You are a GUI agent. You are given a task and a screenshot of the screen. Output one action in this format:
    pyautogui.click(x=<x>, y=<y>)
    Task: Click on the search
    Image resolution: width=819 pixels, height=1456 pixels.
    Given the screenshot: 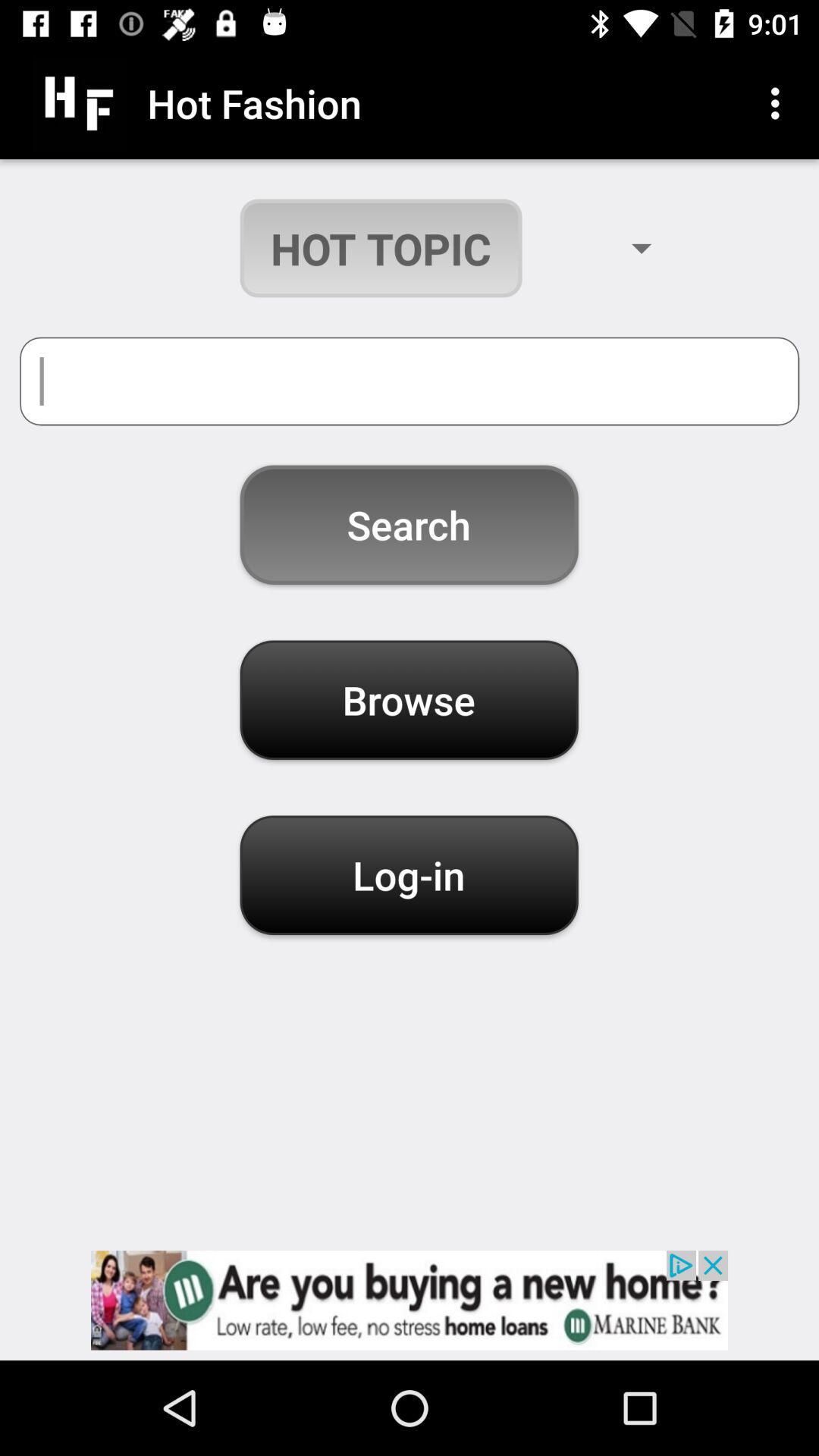 What is the action you would take?
    pyautogui.click(x=409, y=381)
    